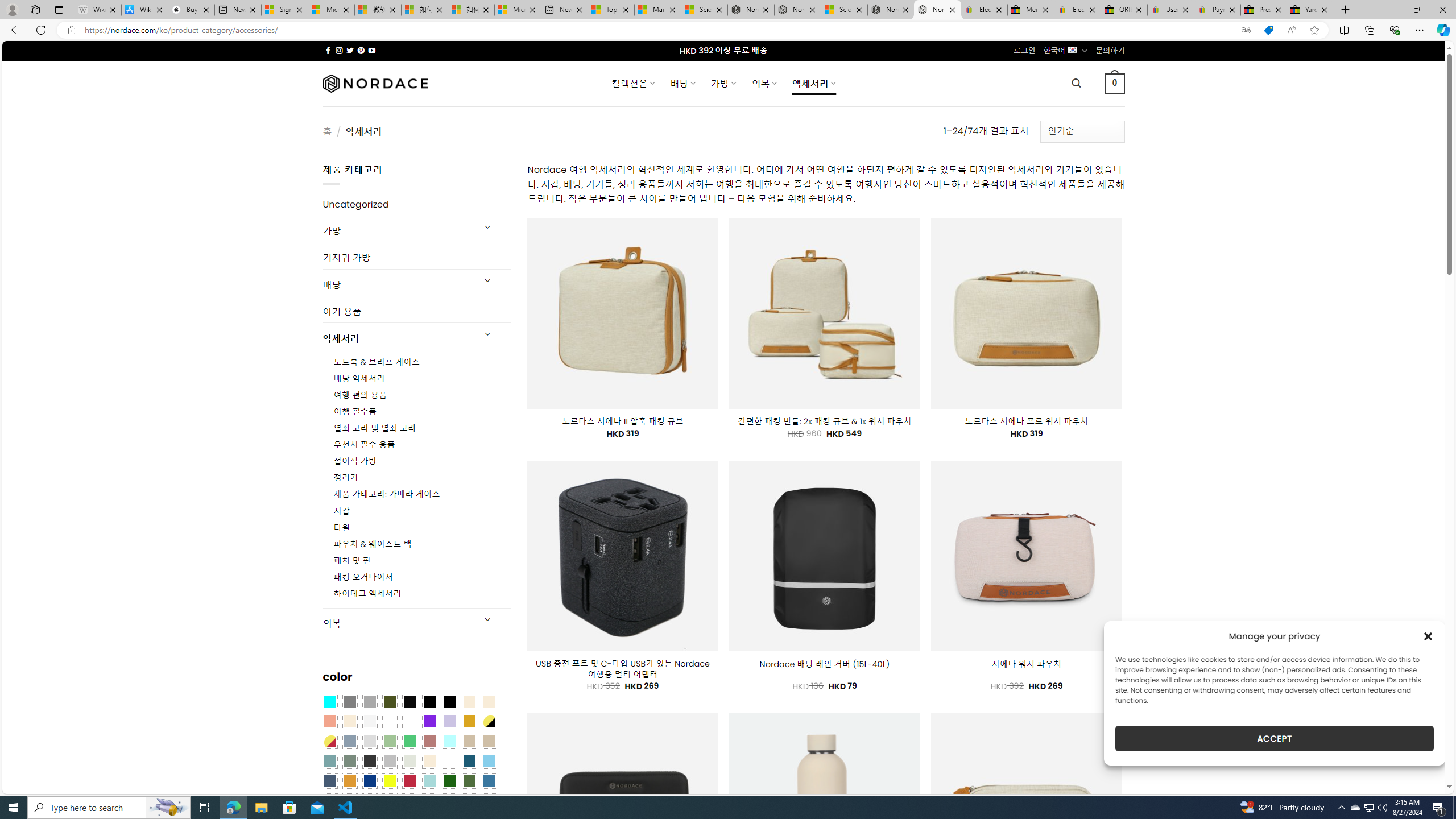 Image resolution: width=1456 pixels, height=819 pixels. Describe the element at coordinates (349, 721) in the screenshot. I see `'Cream'` at that location.